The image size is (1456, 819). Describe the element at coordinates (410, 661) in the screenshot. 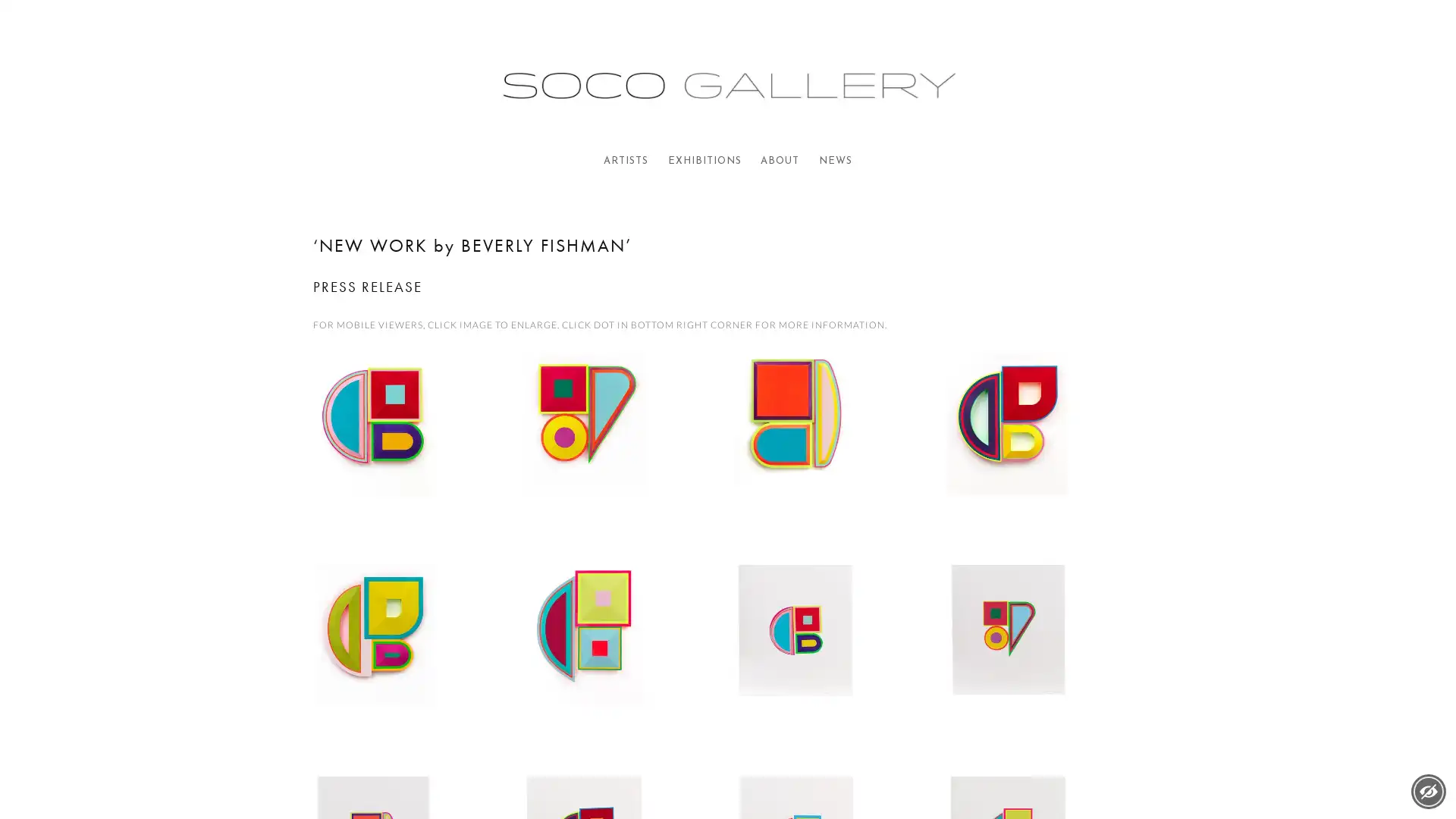

I see `View fullsize BEVERLY FISHMAN Untitled (Pain, Opioid Addiction, Anxiety), 2021 Urethane paint on wood 44.75 x 45 inches INQUIRE +` at that location.